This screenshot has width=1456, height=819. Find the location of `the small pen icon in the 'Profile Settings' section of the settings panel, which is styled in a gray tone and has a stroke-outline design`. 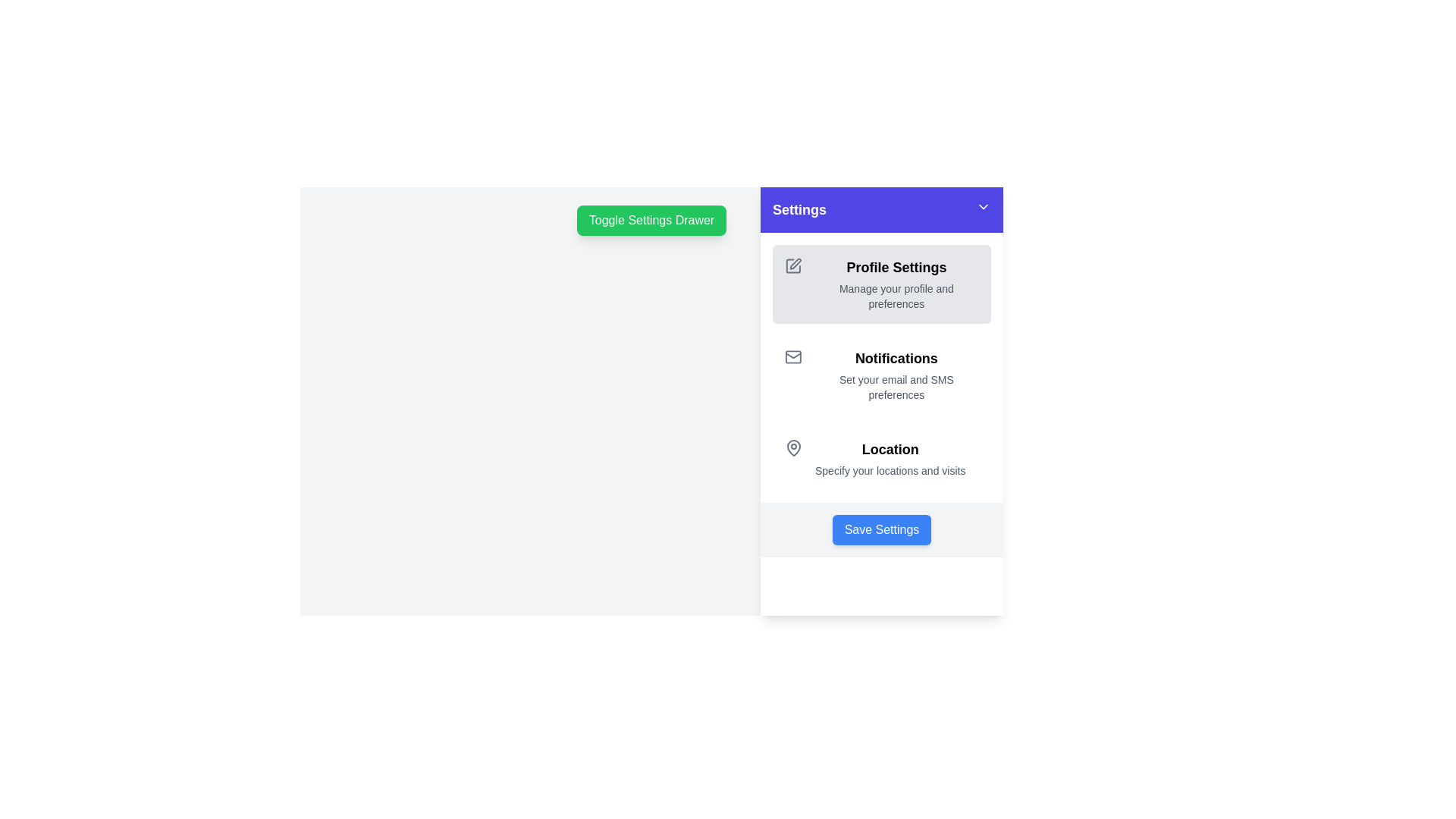

the small pen icon in the 'Profile Settings' section of the settings panel, which is styled in a gray tone and has a stroke-outline design is located at coordinates (795, 263).